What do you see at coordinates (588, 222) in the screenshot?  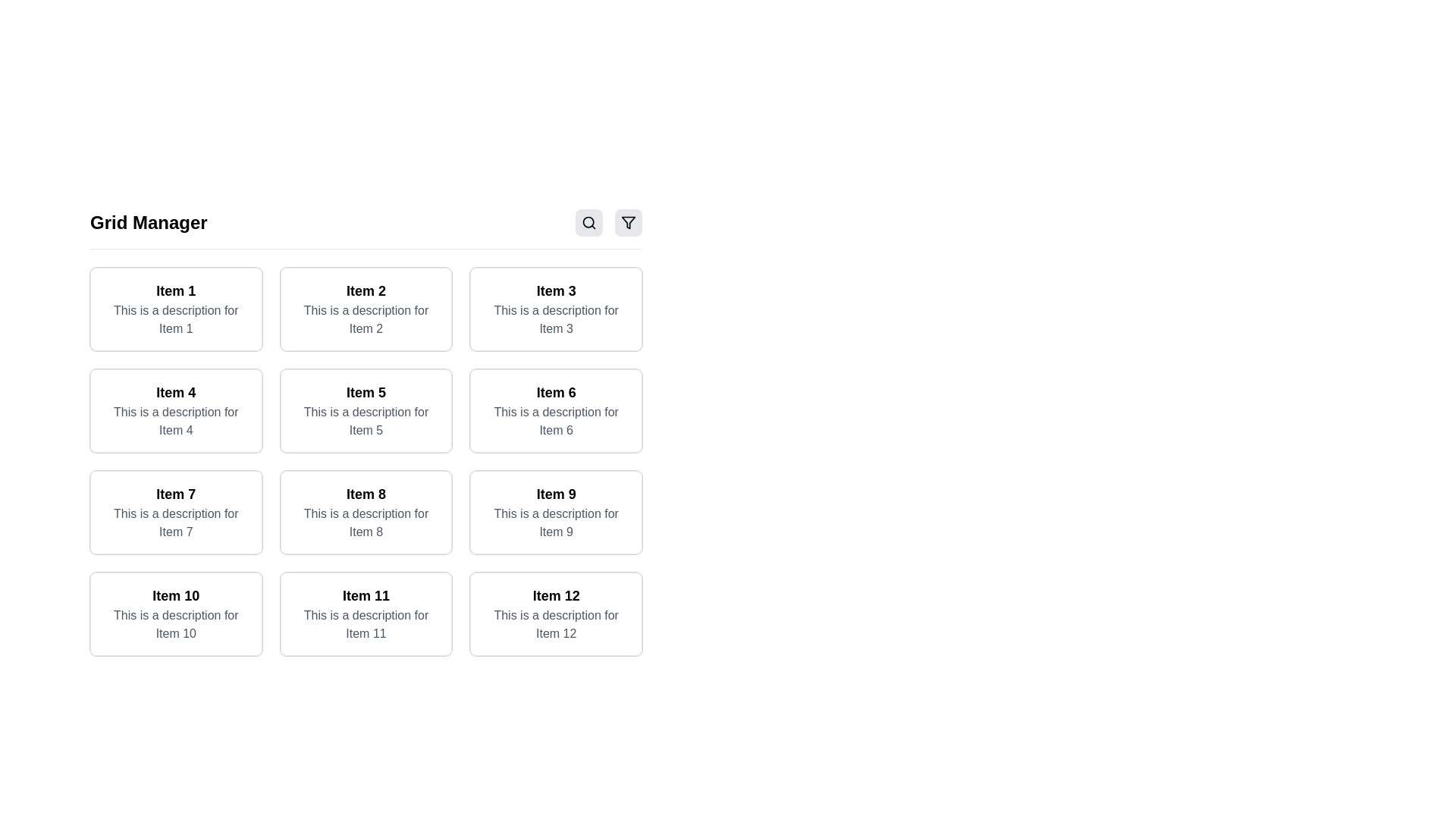 I see `the magnifying glass icon located in the top-right corner of the interface` at bounding box center [588, 222].